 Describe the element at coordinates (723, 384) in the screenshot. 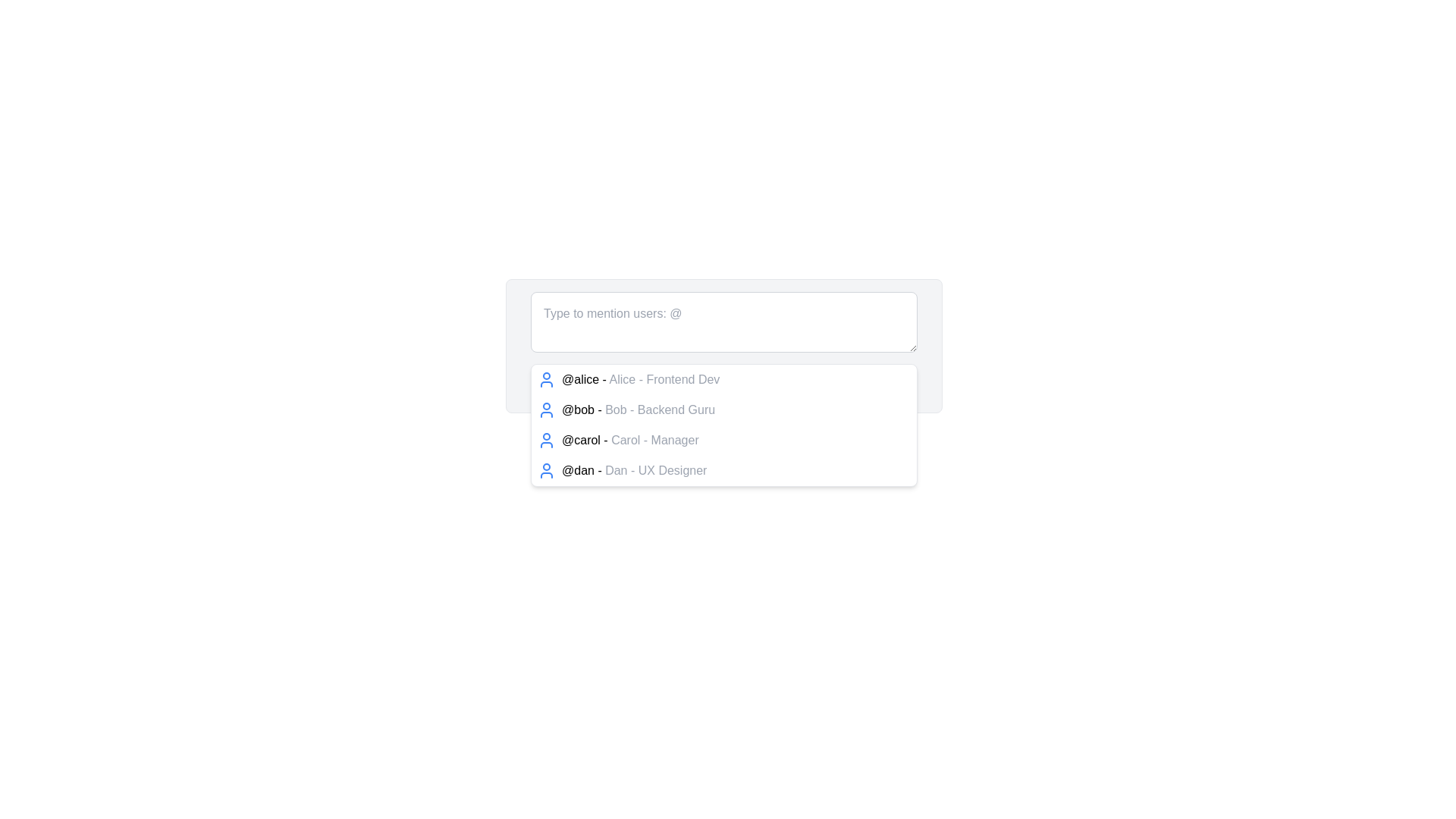

I see `the rounded green button labeled 'Toggle Mention Panel' to trigger the background shading effect` at that location.